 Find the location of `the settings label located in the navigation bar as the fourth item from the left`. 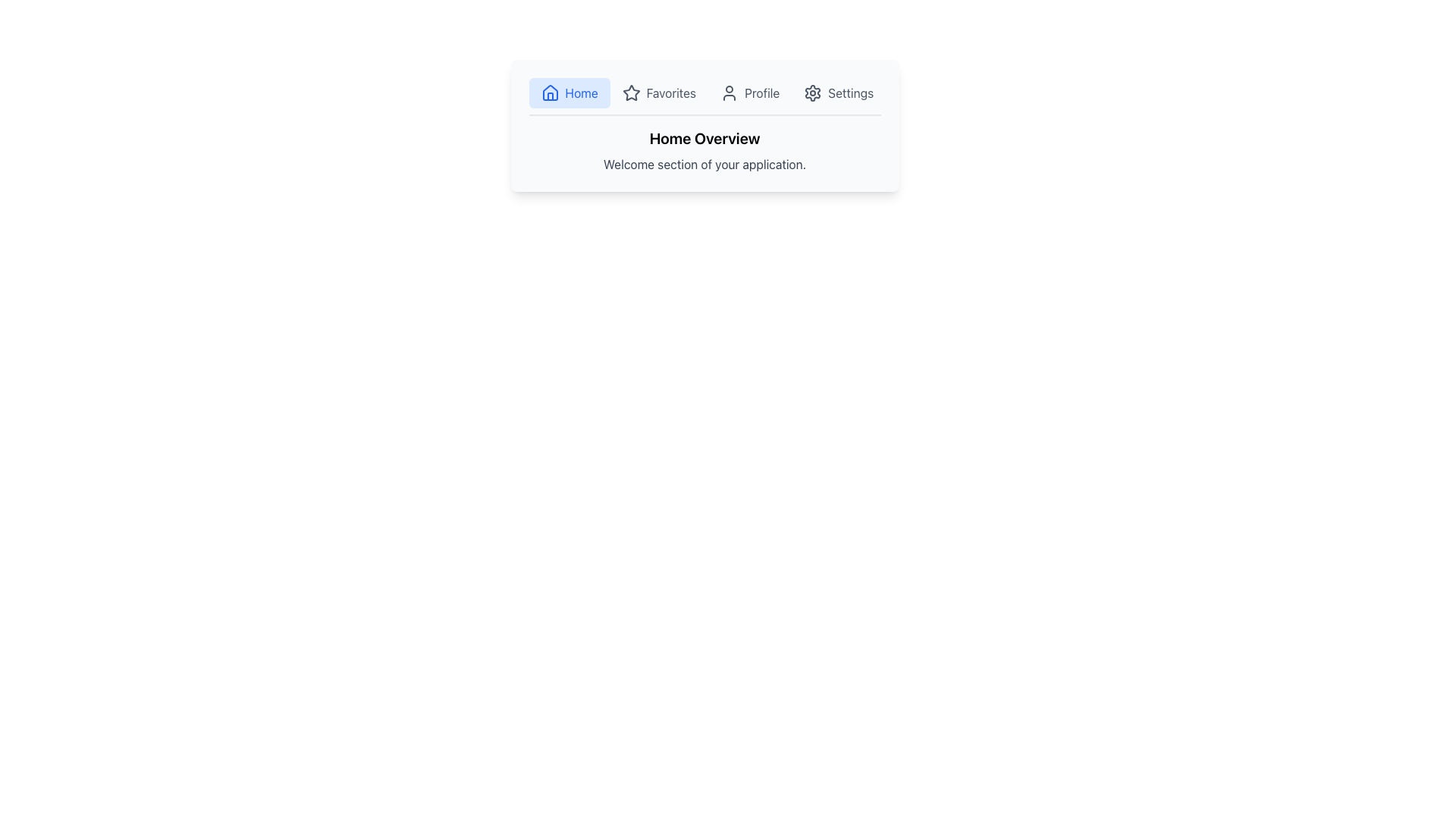

the settings label located in the navigation bar as the fourth item from the left is located at coordinates (851, 93).